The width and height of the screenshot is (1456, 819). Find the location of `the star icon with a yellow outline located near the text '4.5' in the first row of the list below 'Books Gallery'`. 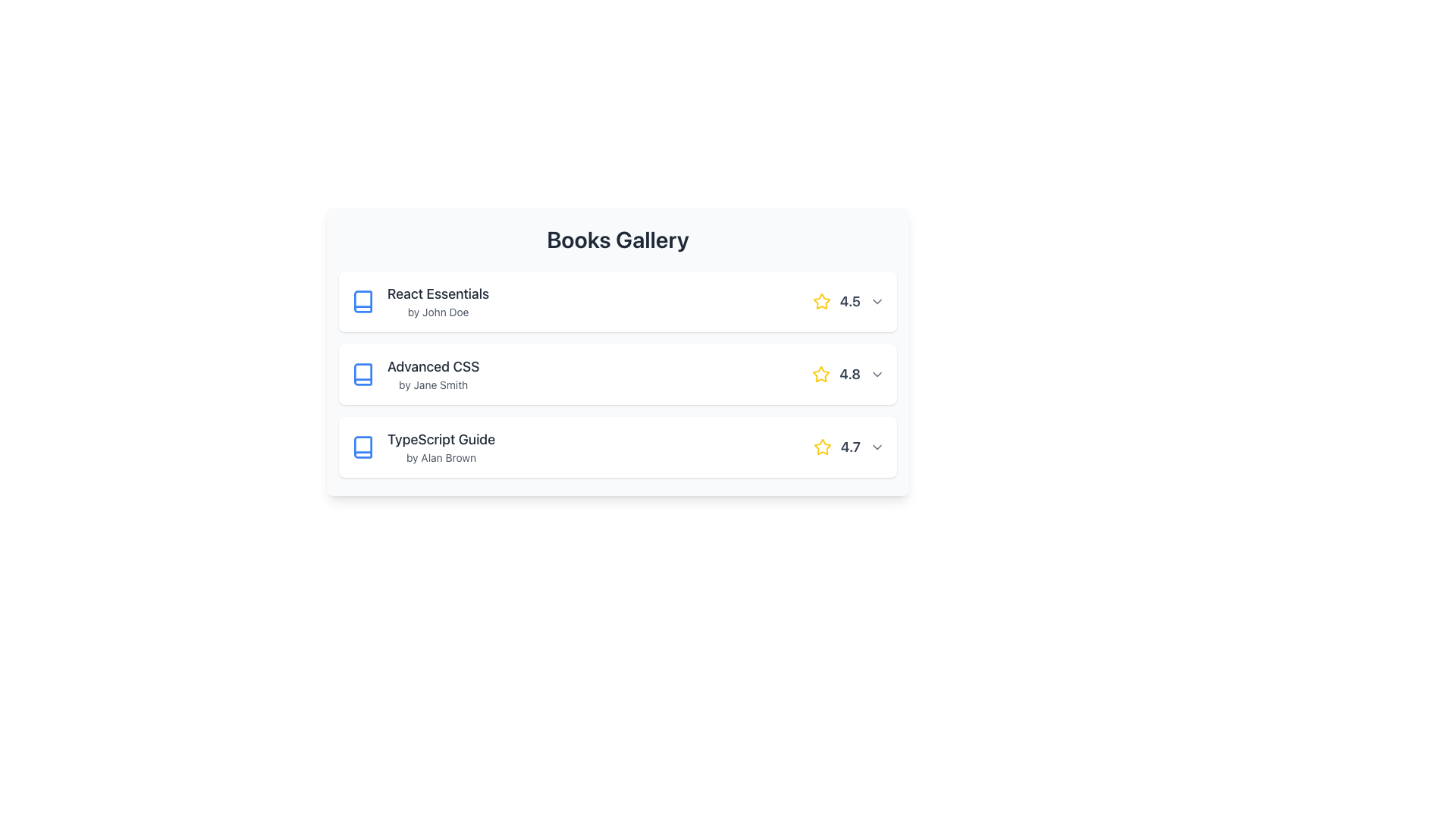

the star icon with a yellow outline located near the text '4.5' in the first row of the list below 'Books Gallery' is located at coordinates (821, 301).